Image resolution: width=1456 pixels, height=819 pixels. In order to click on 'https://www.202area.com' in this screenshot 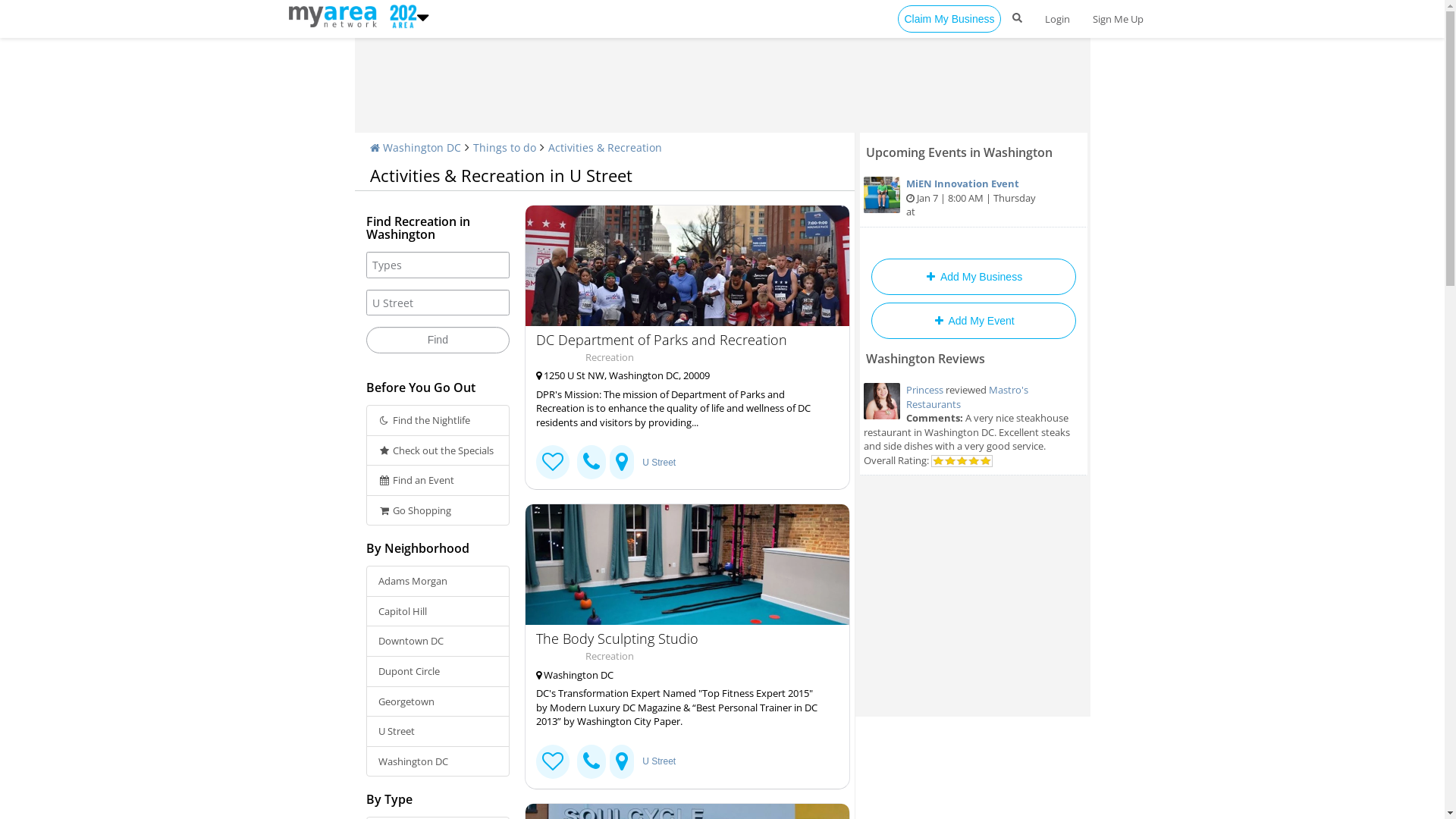, I will do `click(287, 14)`.